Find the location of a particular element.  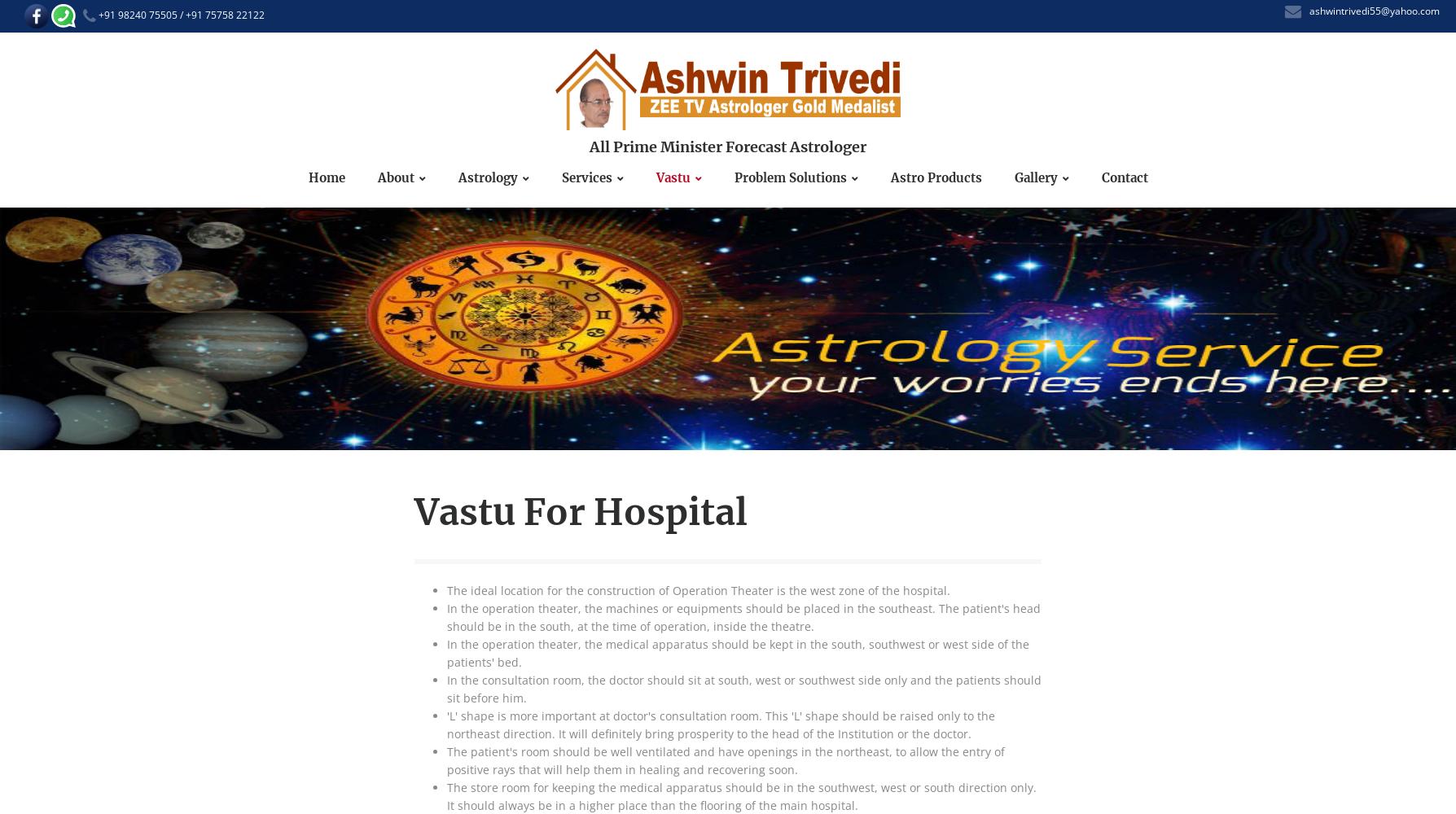

'VASTU FOR HOSPITALS' is located at coordinates (654, 431).